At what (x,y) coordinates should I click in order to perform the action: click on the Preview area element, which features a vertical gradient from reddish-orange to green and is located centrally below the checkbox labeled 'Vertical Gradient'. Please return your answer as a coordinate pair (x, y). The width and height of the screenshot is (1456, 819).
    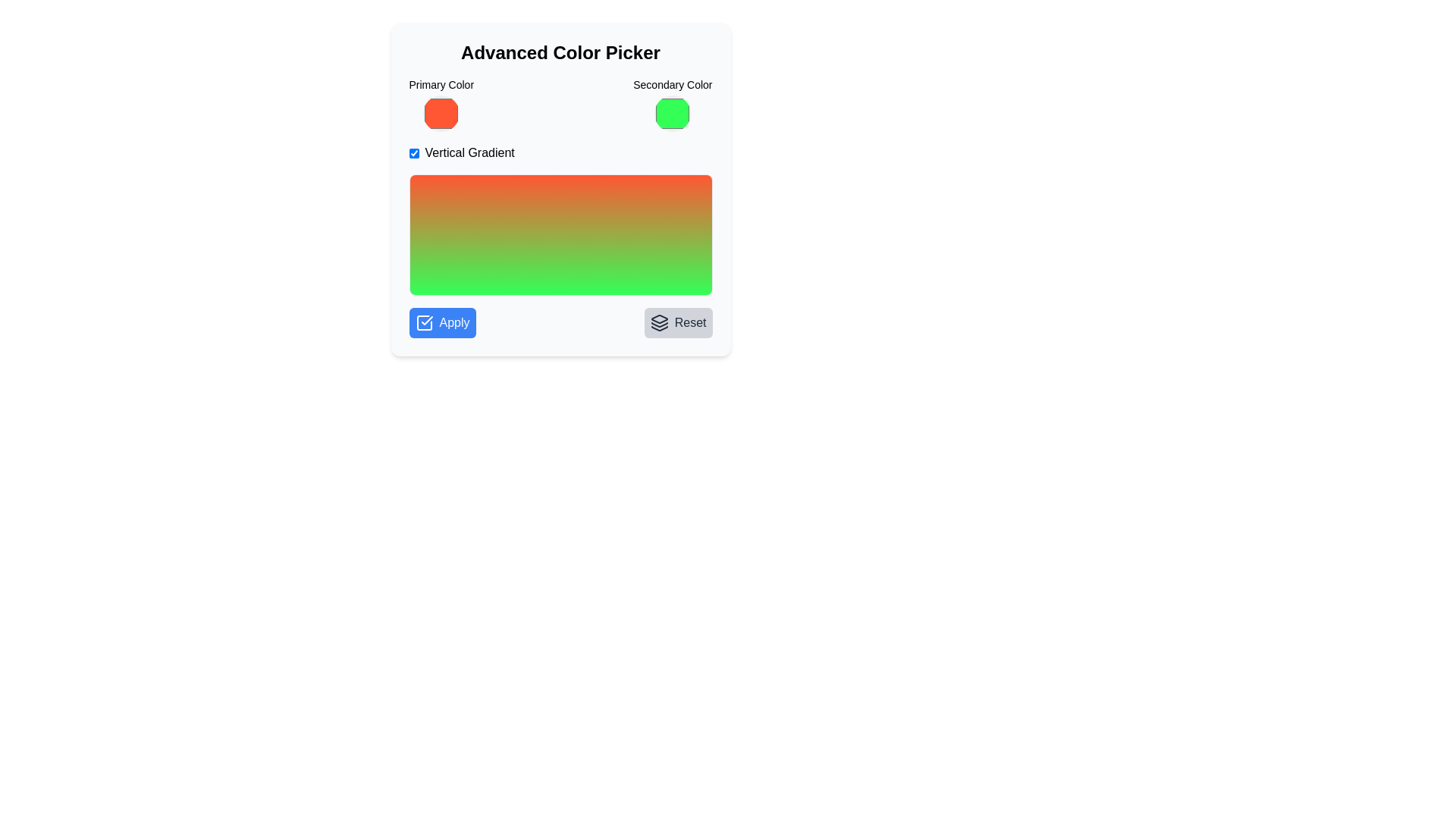
    Looking at the image, I should click on (560, 234).